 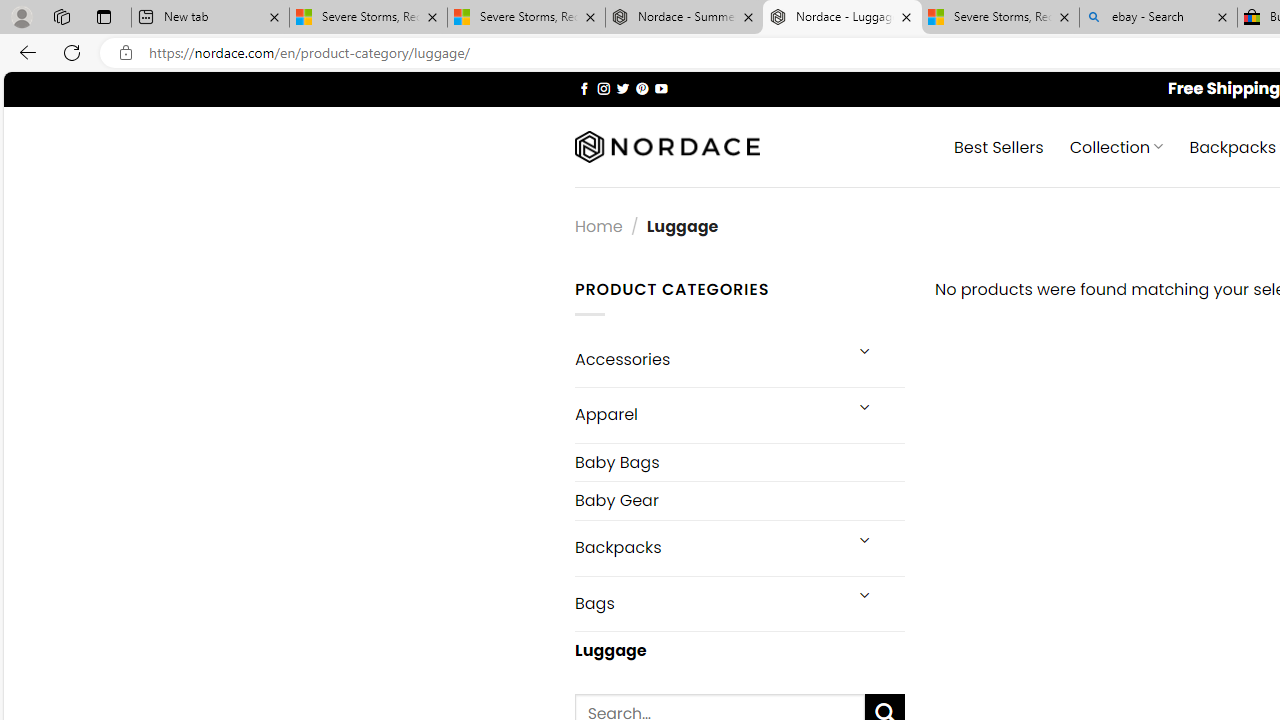 What do you see at coordinates (21, 16) in the screenshot?
I see `'Personal Profile'` at bounding box center [21, 16].